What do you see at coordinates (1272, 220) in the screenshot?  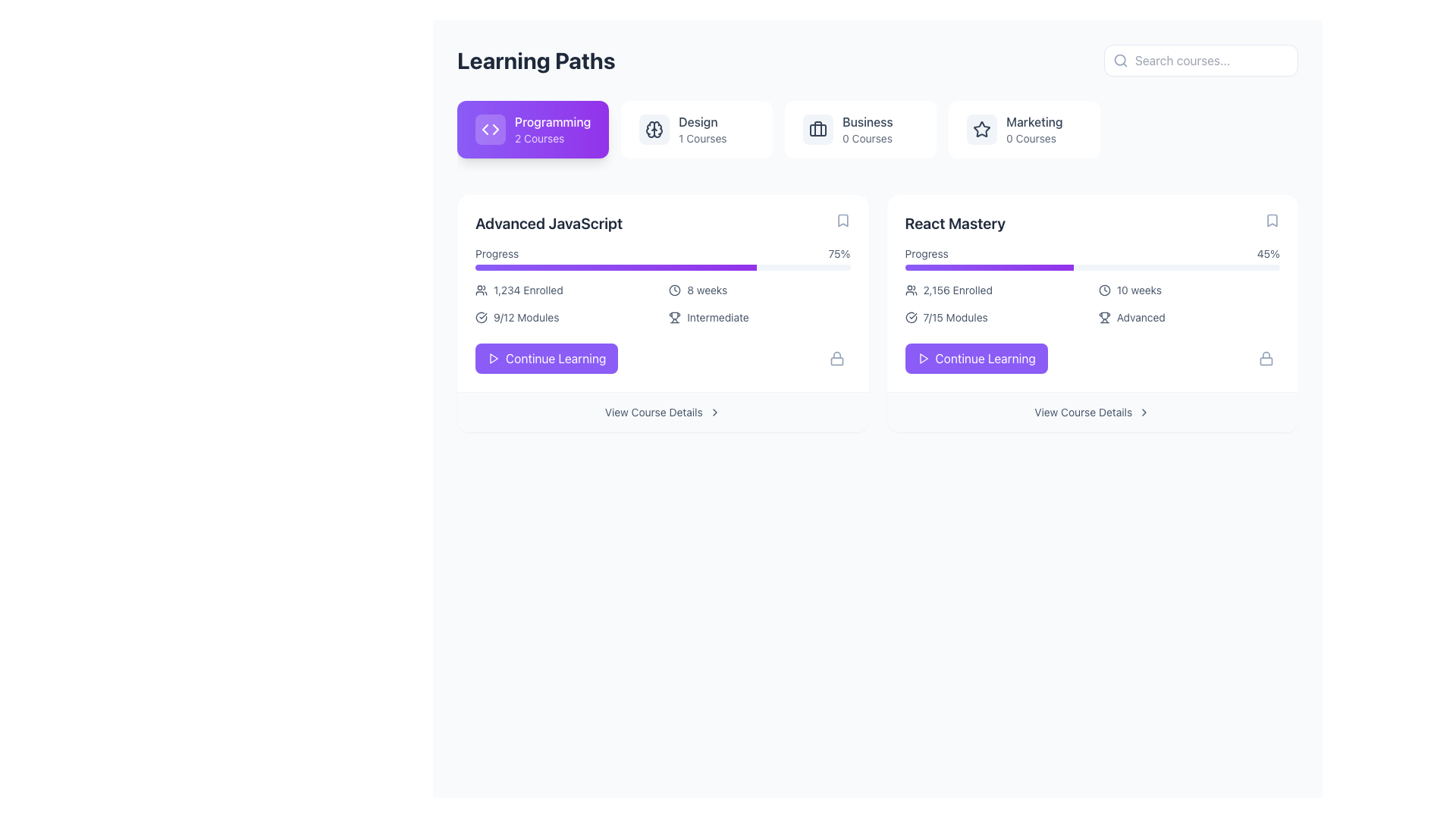 I see `the bookmark icon, which is styled as a minimalistic outlined glyph resembling an open book, located prominently in the top-right corner of the 'React Mastery' course panel, near the displayed progress percentage of 45%` at bounding box center [1272, 220].